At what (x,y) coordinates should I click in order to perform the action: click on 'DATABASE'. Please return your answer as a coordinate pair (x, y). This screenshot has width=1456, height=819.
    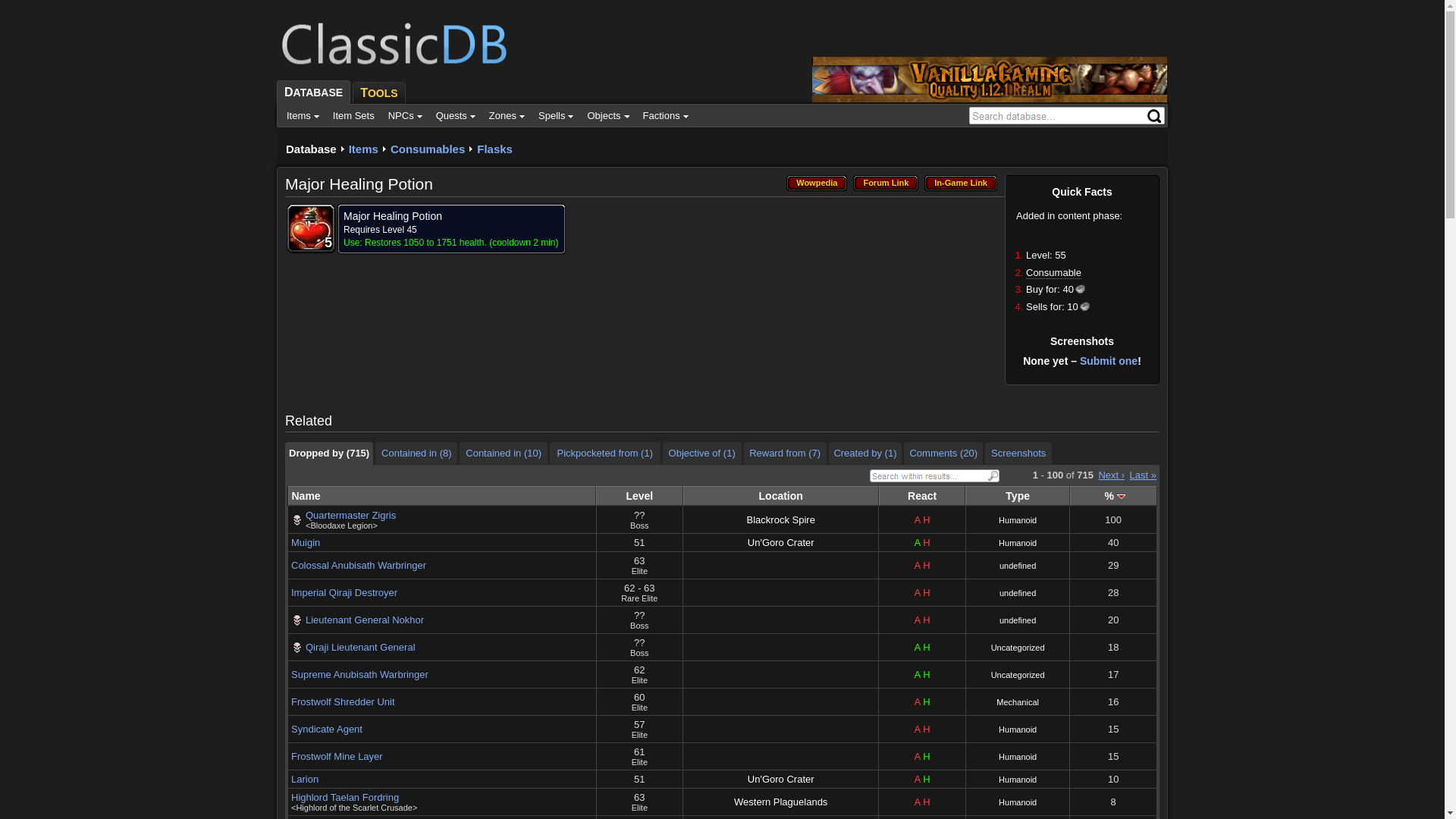
    Looking at the image, I should click on (276, 93).